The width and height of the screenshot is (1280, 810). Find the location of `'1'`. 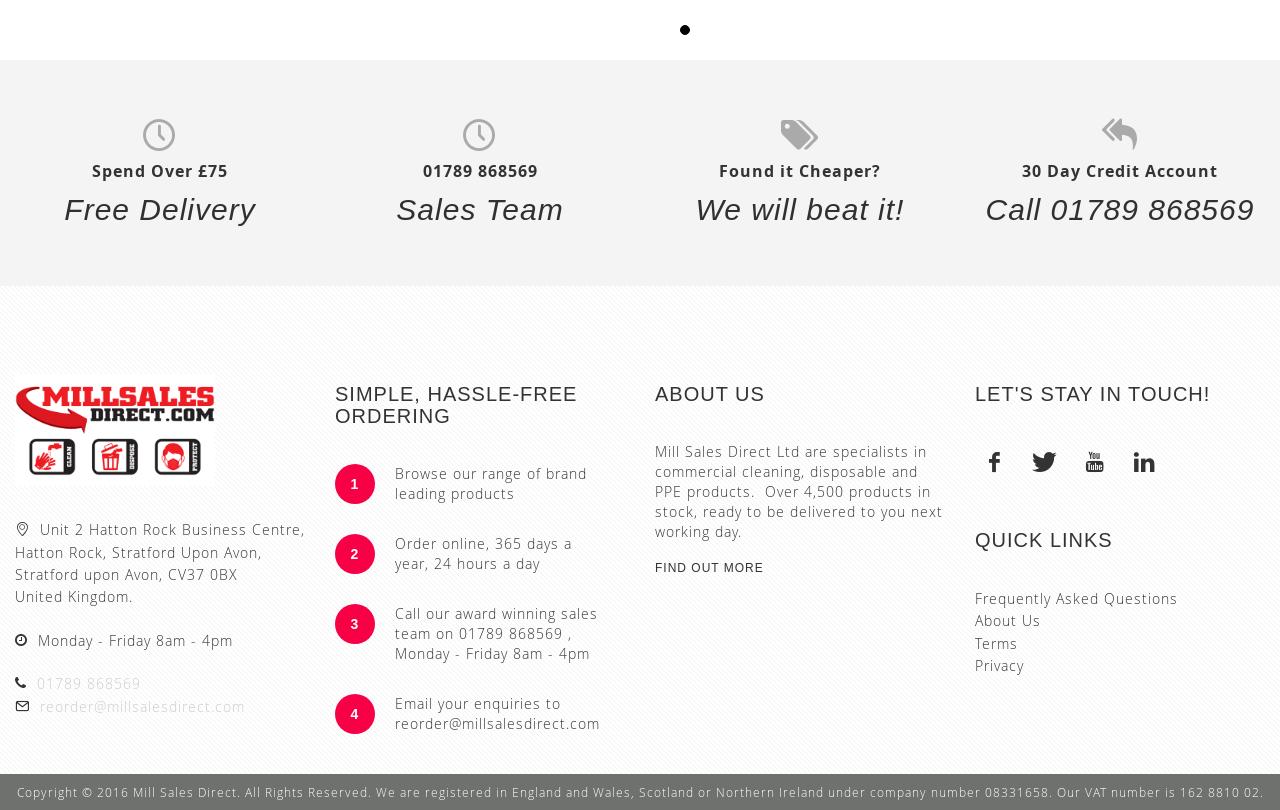

'1' is located at coordinates (354, 483).